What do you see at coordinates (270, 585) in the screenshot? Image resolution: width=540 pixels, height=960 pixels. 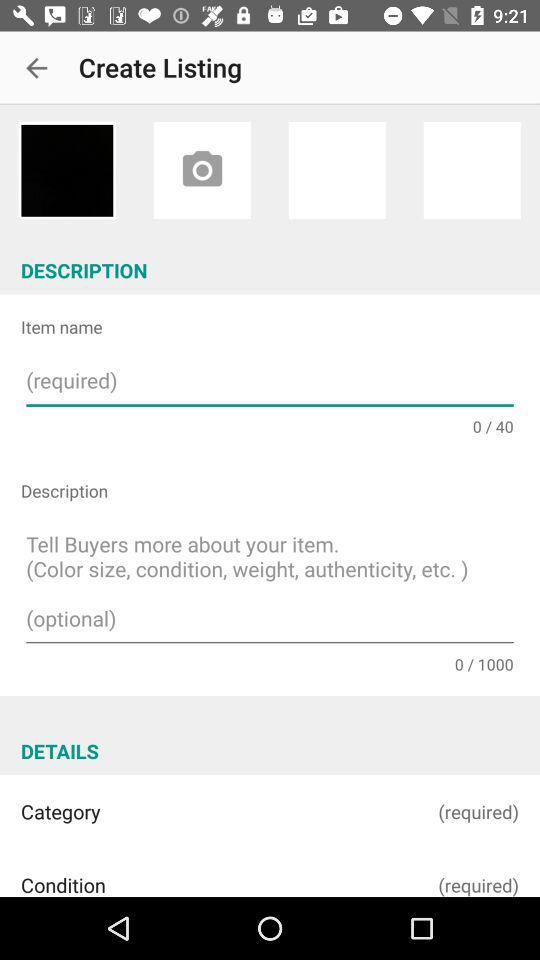 I see `the item below the description icon` at bounding box center [270, 585].